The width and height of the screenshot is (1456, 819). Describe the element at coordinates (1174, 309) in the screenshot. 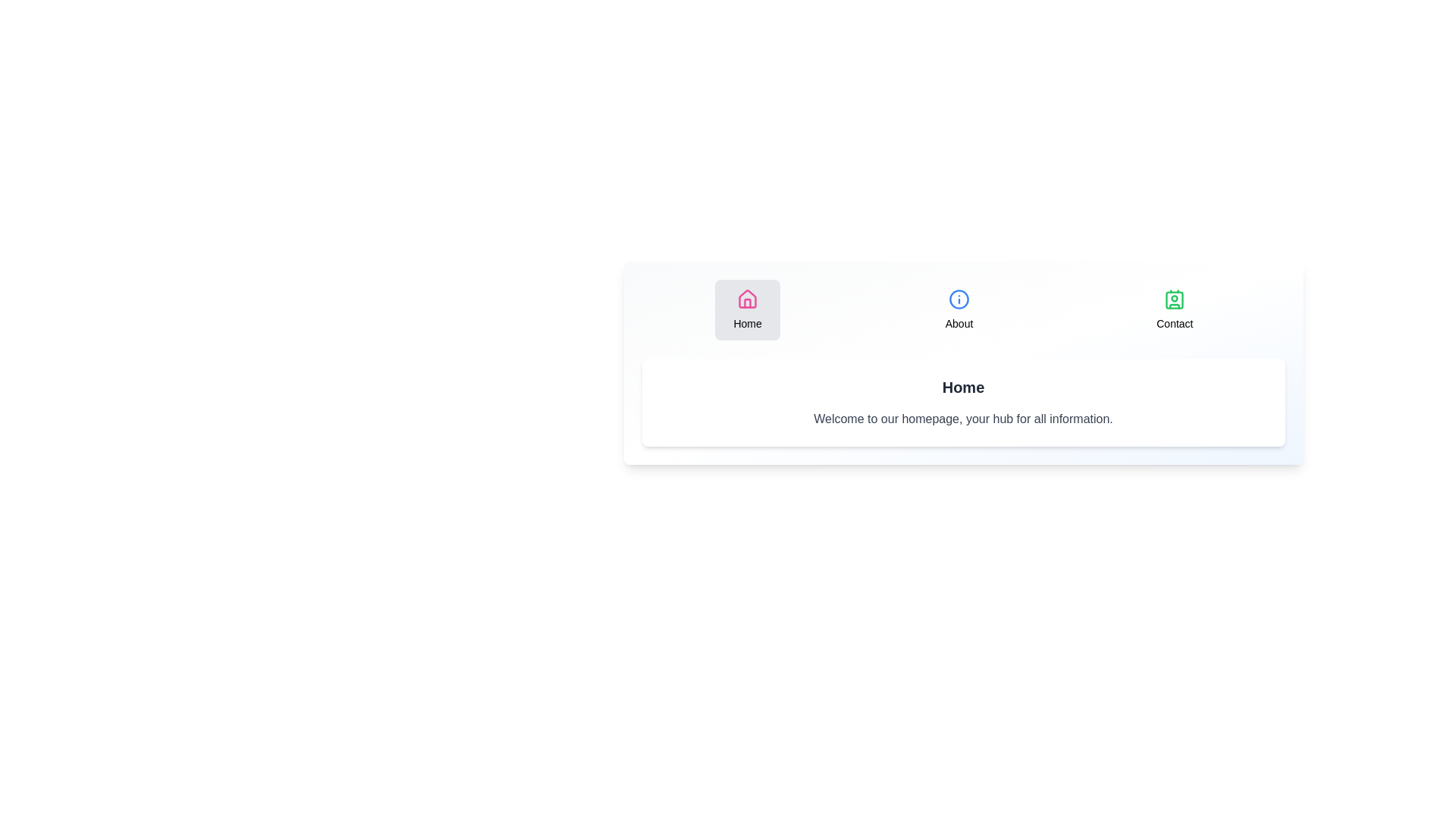

I see `the tab labeled Contact to preview its hover effect` at that location.